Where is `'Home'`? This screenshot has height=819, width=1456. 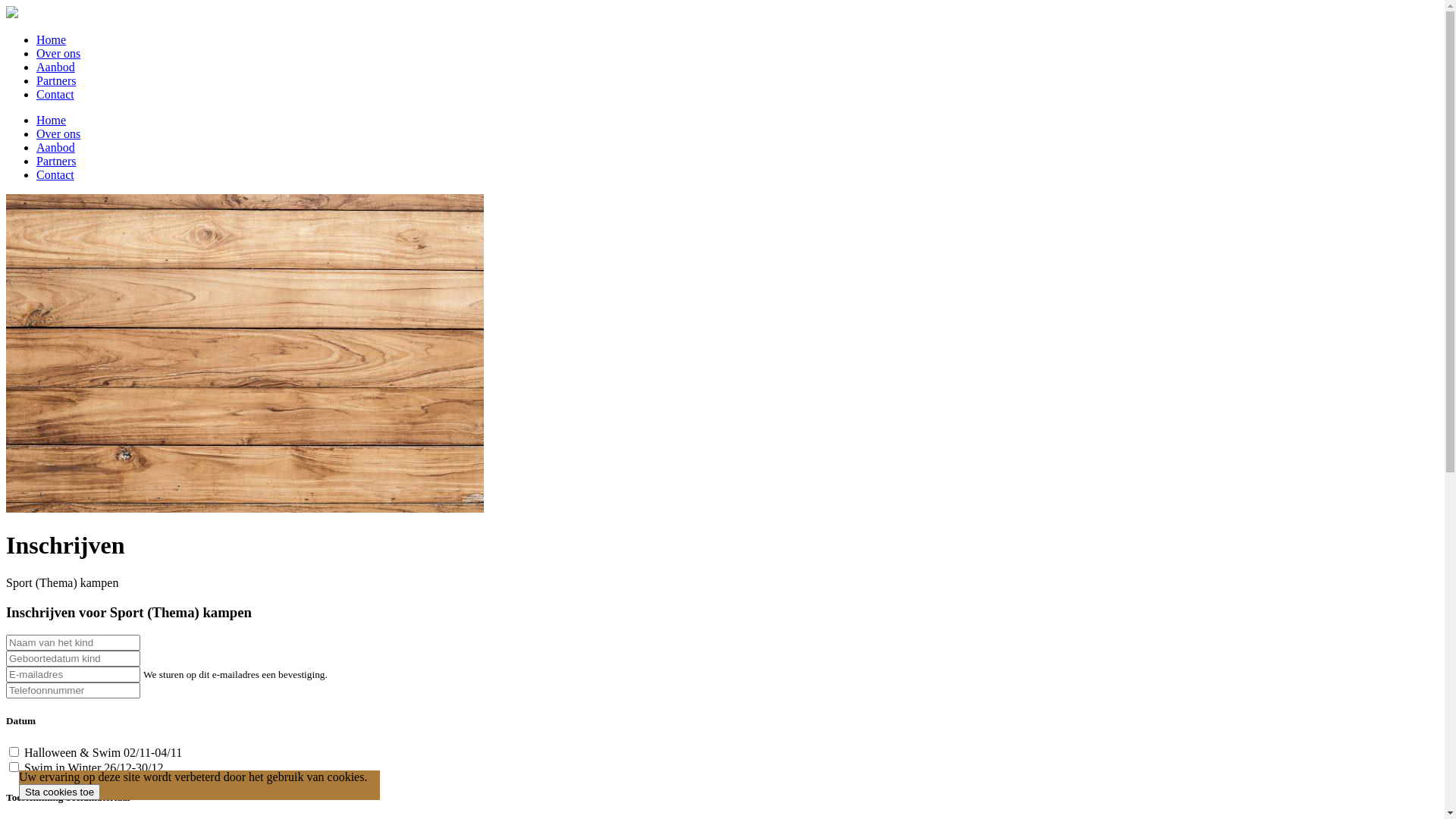 'Home' is located at coordinates (51, 119).